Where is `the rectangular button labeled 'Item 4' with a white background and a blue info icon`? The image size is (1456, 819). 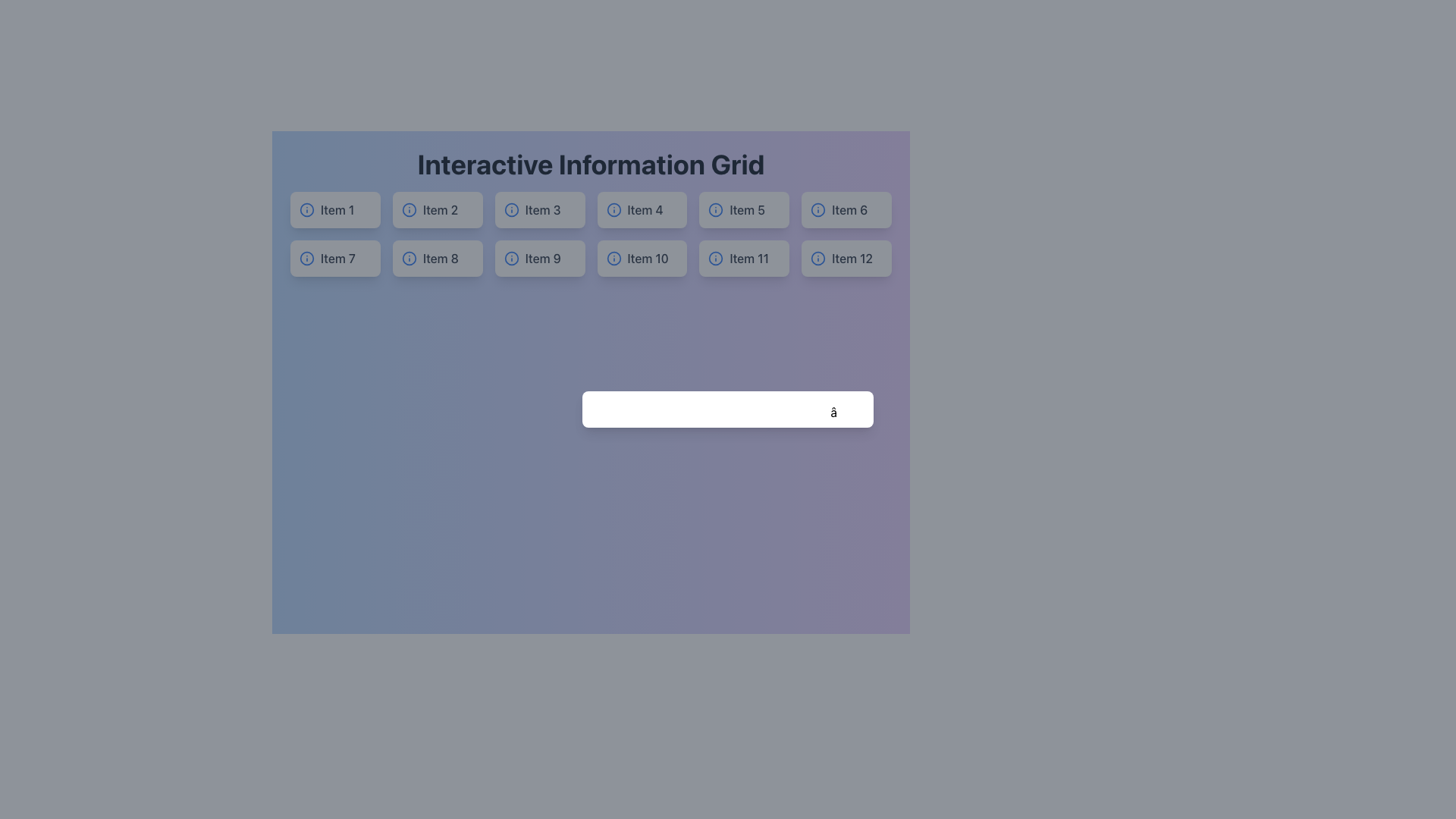
the rectangular button labeled 'Item 4' with a white background and a blue info icon is located at coordinates (642, 210).